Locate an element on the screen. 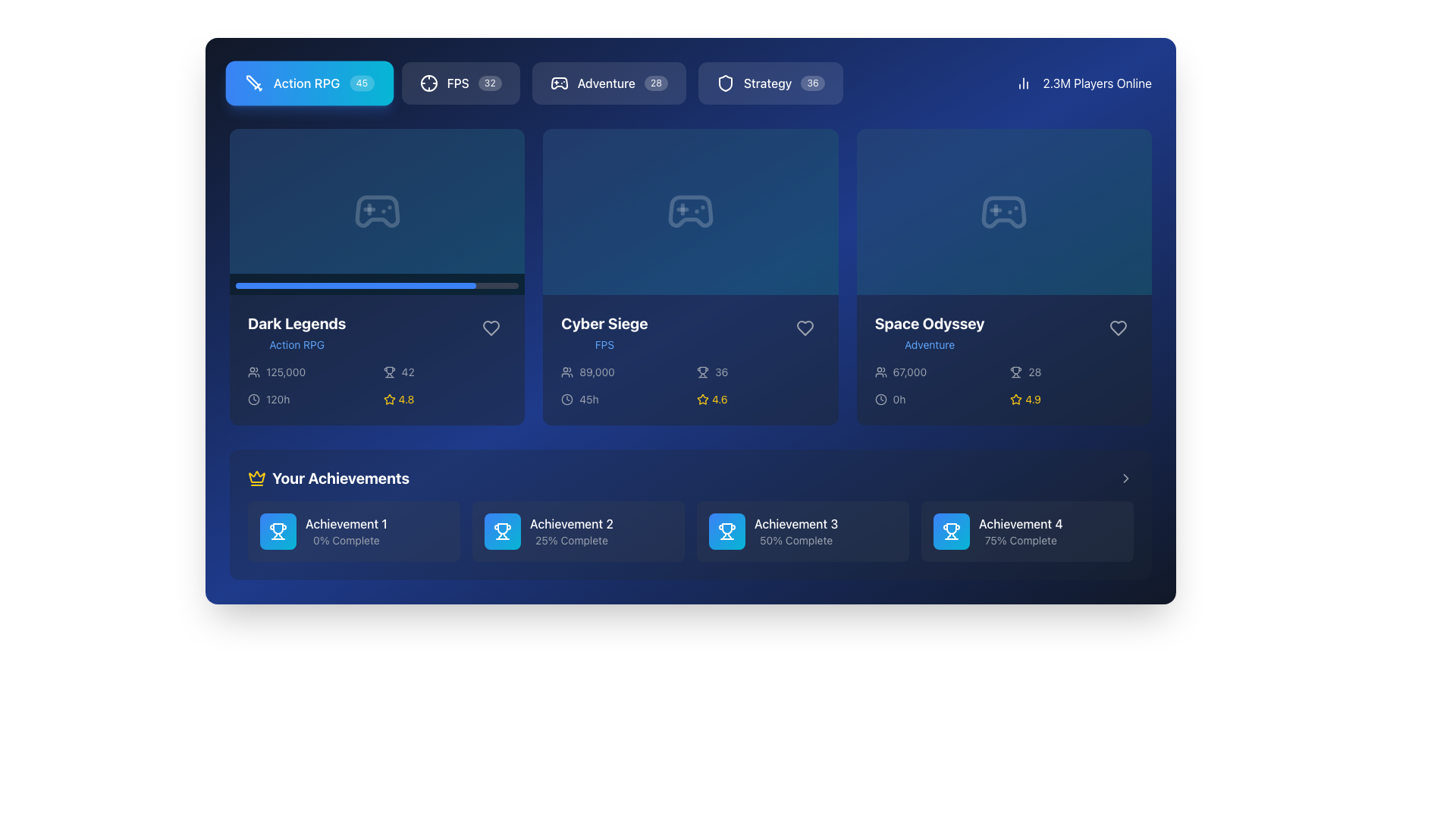 Image resolution: width=1456 pixels, height=819 pixels. the game controller icon located to the left of the text 'Adventure' and the number '28' within the 'Adventure' button in the top center section of the interface is located at coordinates (558, 83).